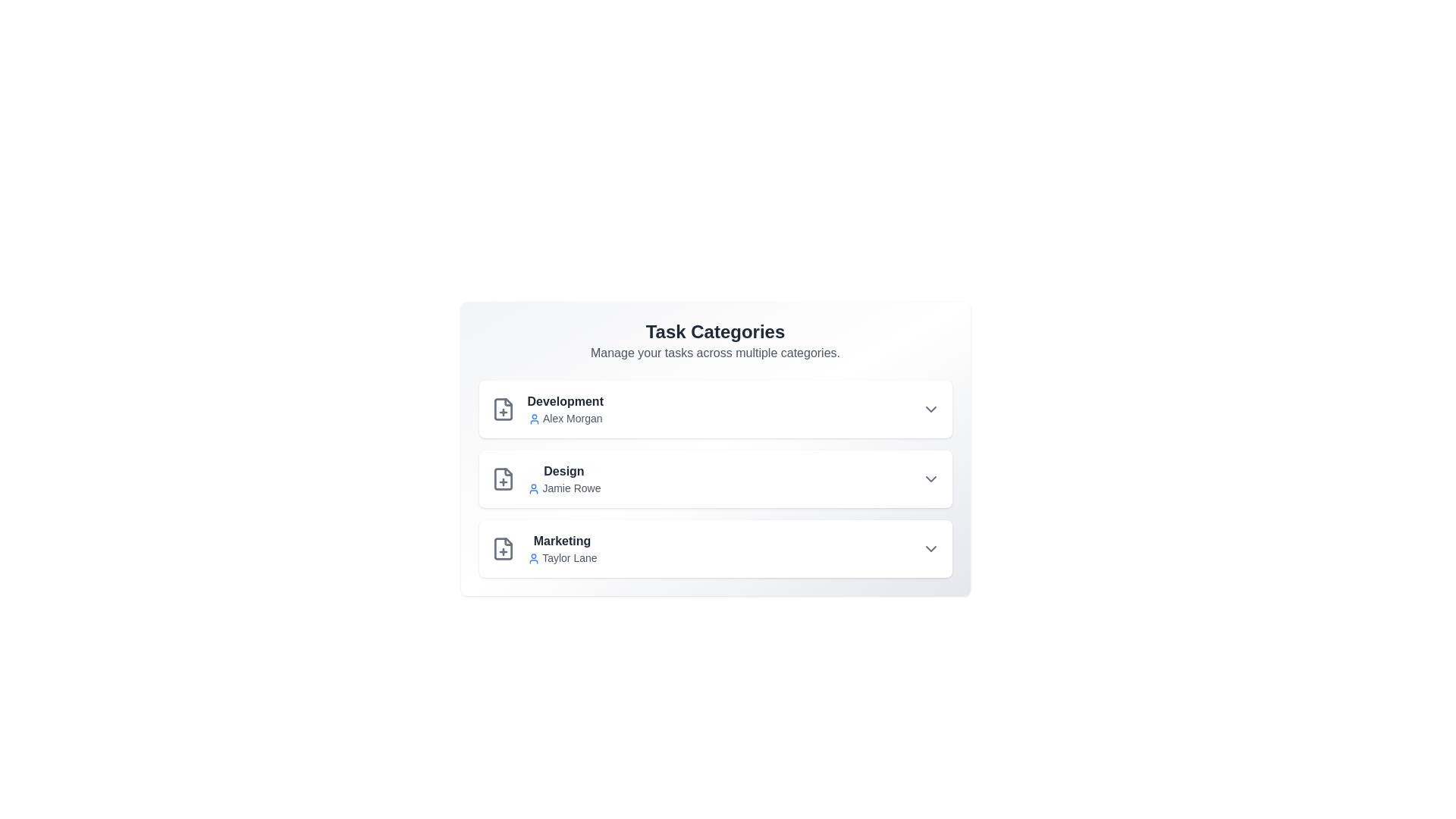 The image size is (1456, 819). Describe the element at coordinates (930, 409) in the screenshot. I see `the dropdown arrow for Development to view more options` at that location.